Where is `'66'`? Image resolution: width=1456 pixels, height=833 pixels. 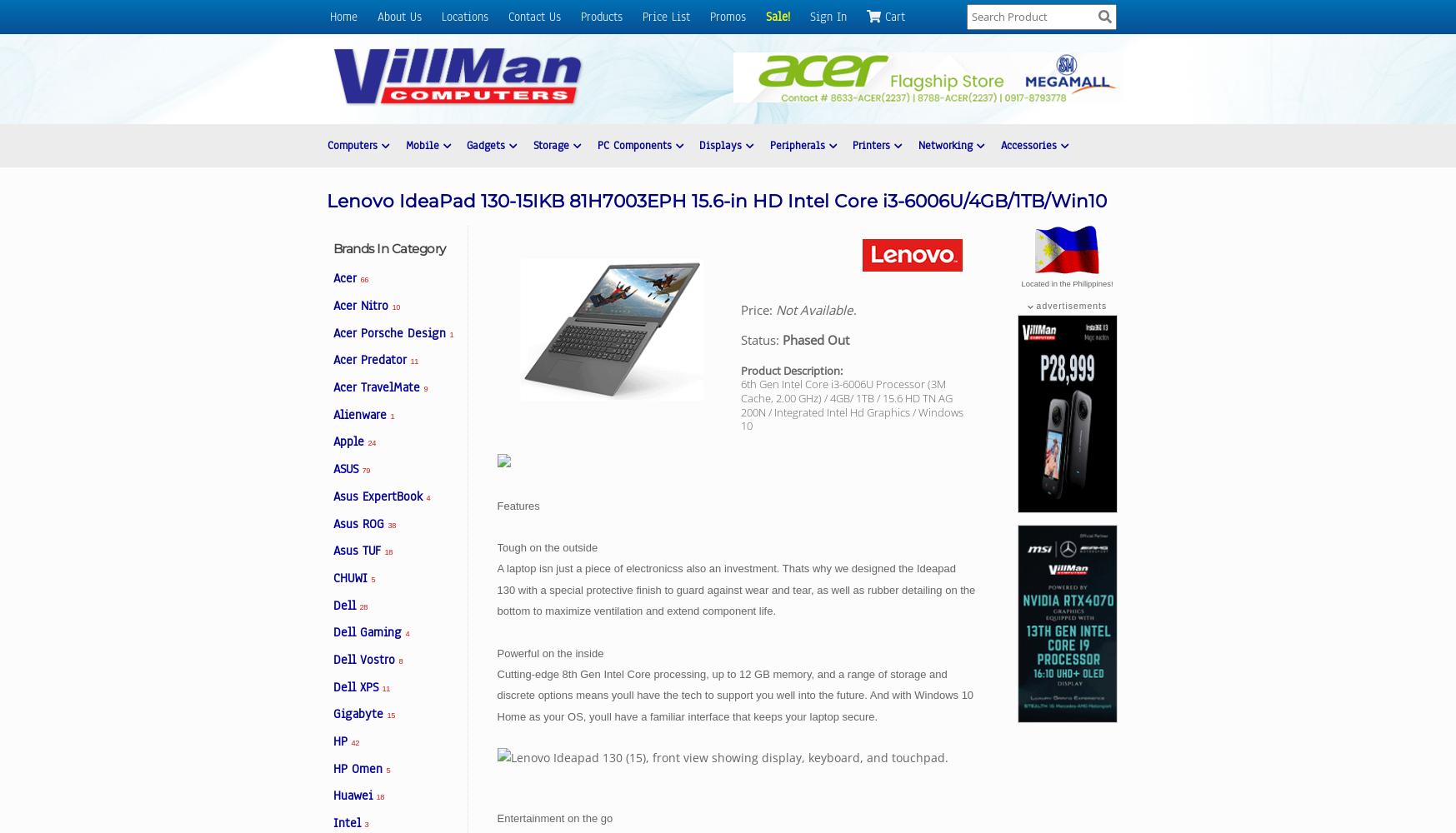
'66' is located at coordinates (360, 279).